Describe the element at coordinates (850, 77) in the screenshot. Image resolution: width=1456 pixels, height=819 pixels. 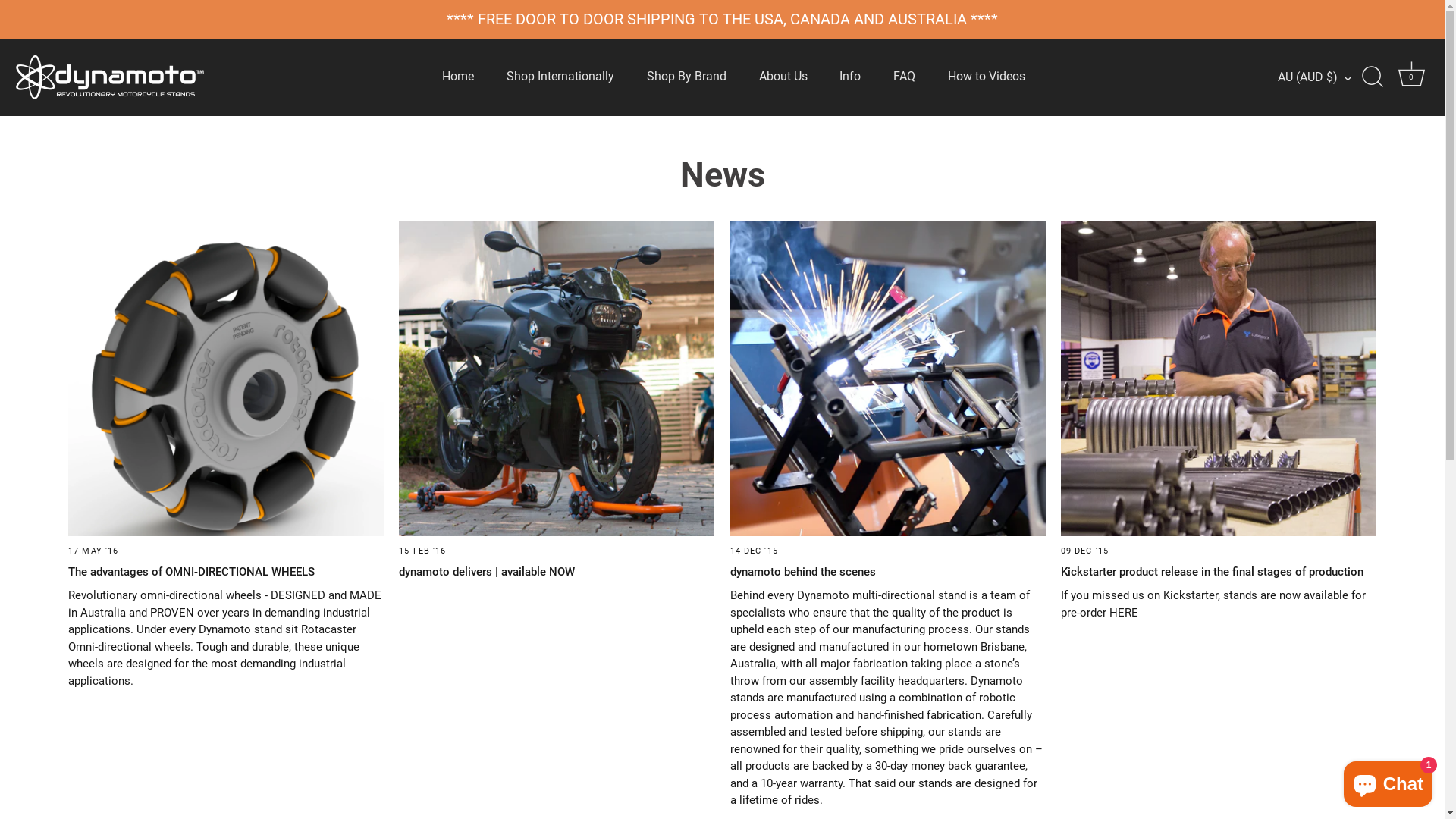
I see `'Info'` at that location.